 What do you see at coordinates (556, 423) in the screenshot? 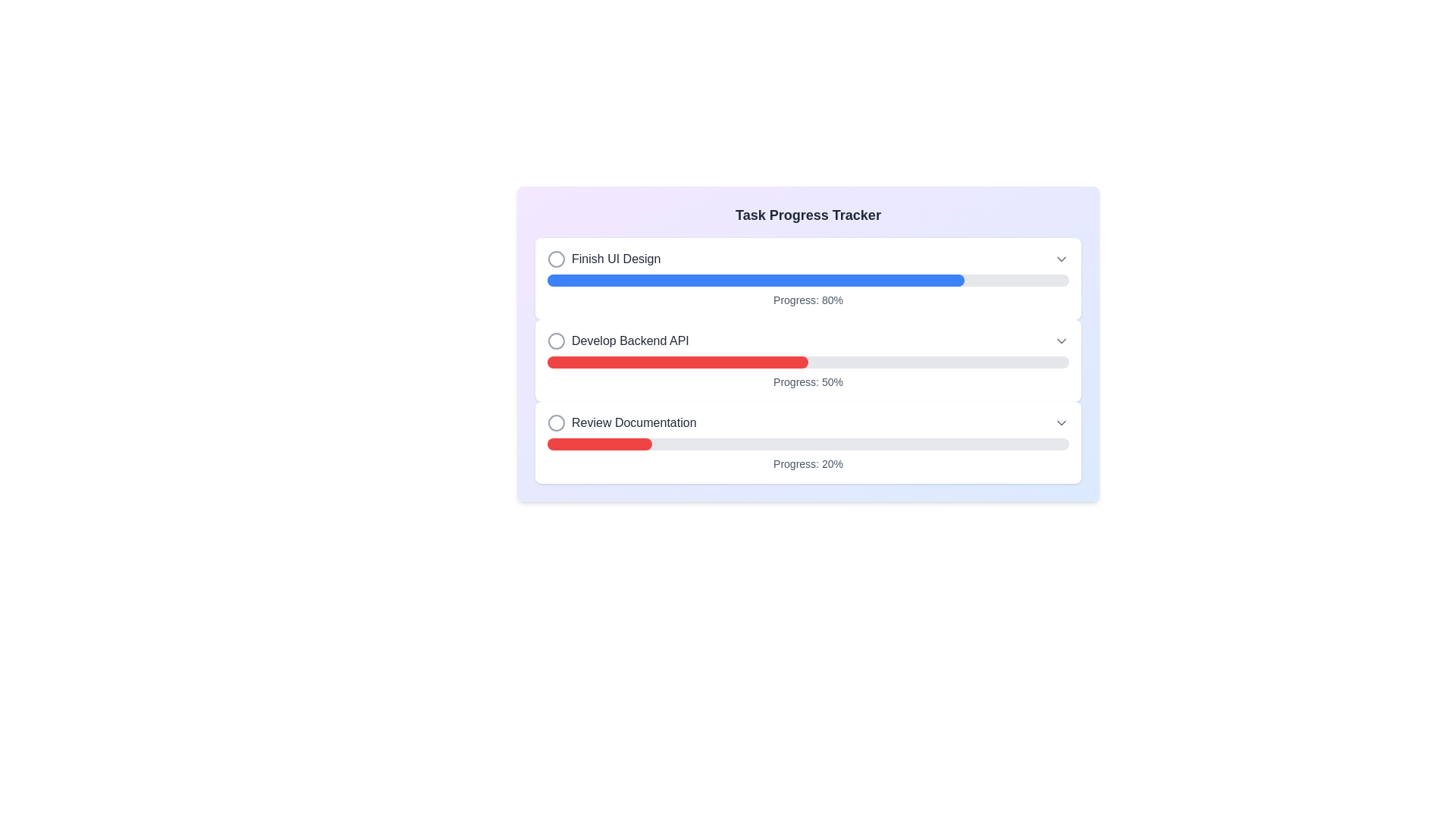
I see `the SVG Circle icon located to the left of the text 'Review Documentation' to indicate status or category` at bounding box center [556, 423].